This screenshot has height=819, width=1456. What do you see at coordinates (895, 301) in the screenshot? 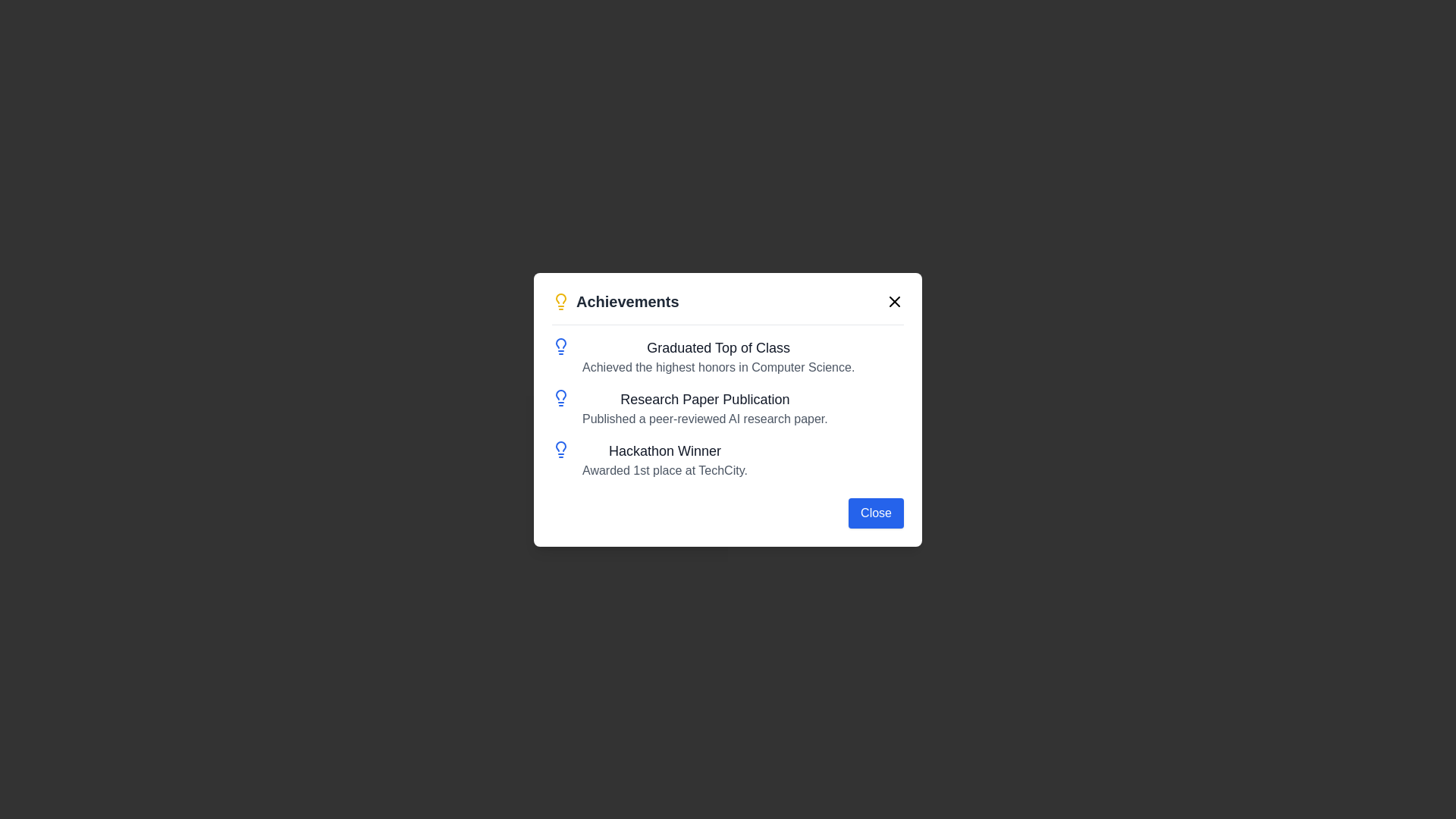
I see `the close button icon located at the top right corner of the 'Achievements' modal dialog to change its color` at bounding box center [895, 301].